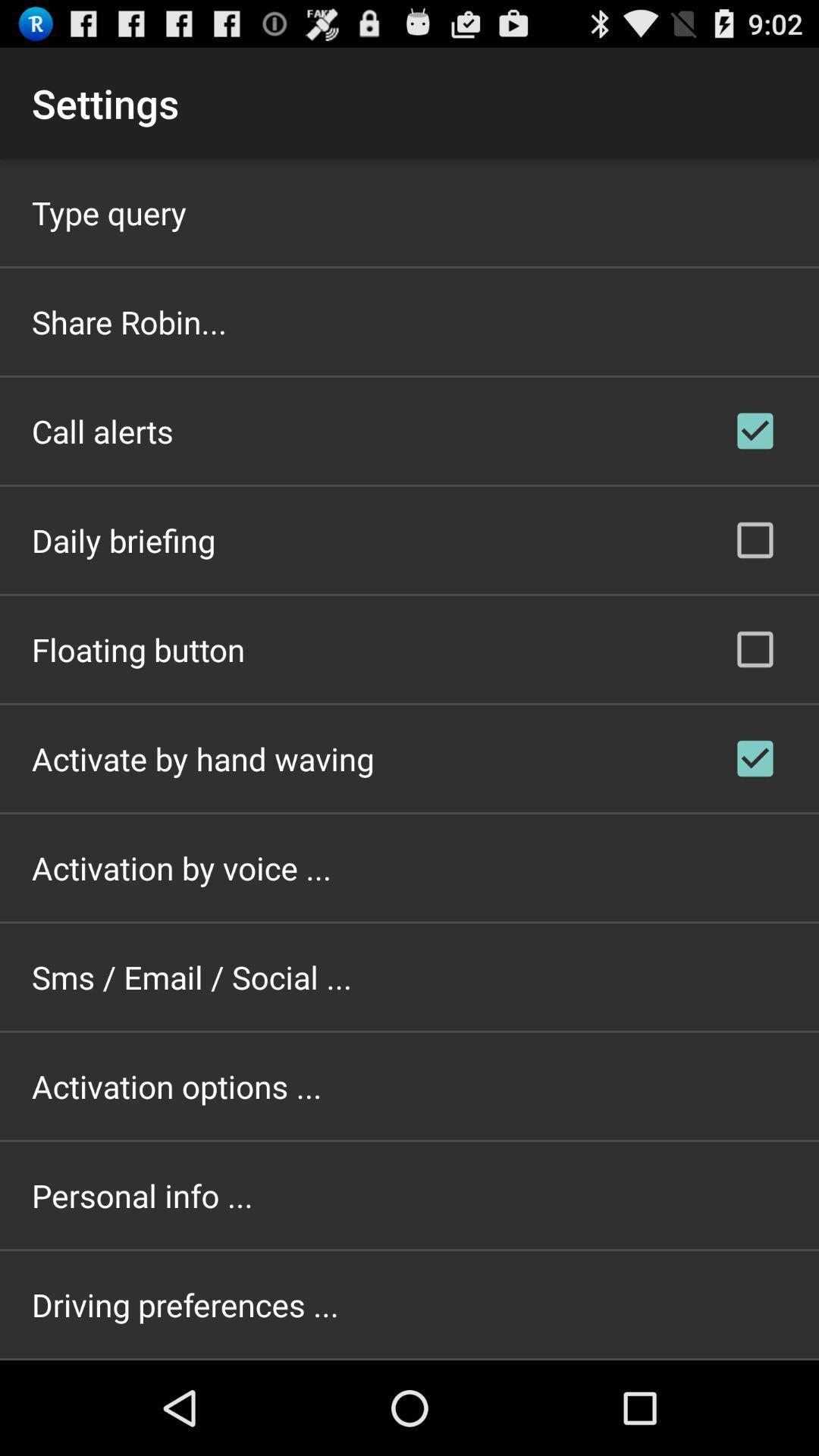  I want to click on the app below the activation by voice ... item, so click(191, 977).